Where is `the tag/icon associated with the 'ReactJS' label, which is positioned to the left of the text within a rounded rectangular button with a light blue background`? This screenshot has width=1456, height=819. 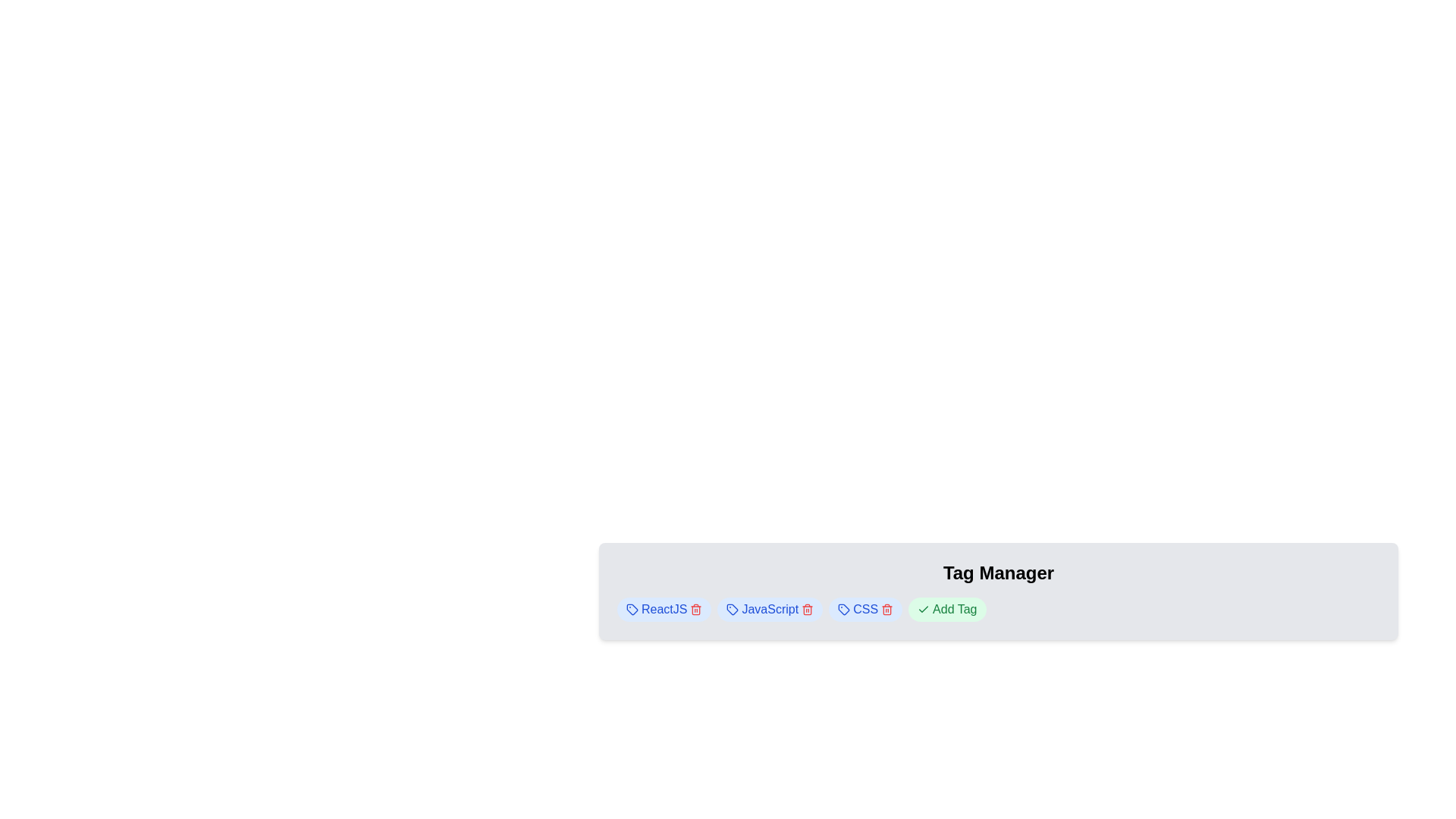 the tag/icon associated with the 'ReactJS' label, which is positioned to the left of the text within a rounded rectangular button with a light blue background is located at coordinates (632, 608).